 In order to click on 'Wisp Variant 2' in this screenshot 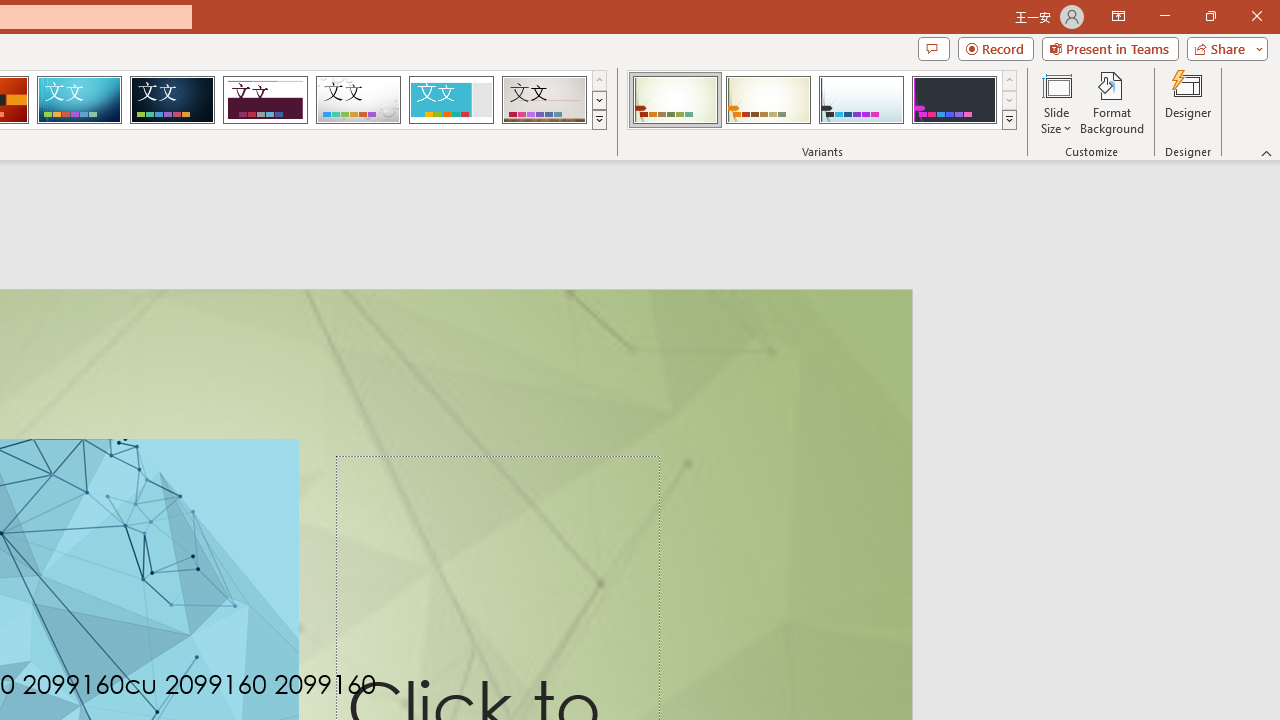, I will do `click(767, 100)`.